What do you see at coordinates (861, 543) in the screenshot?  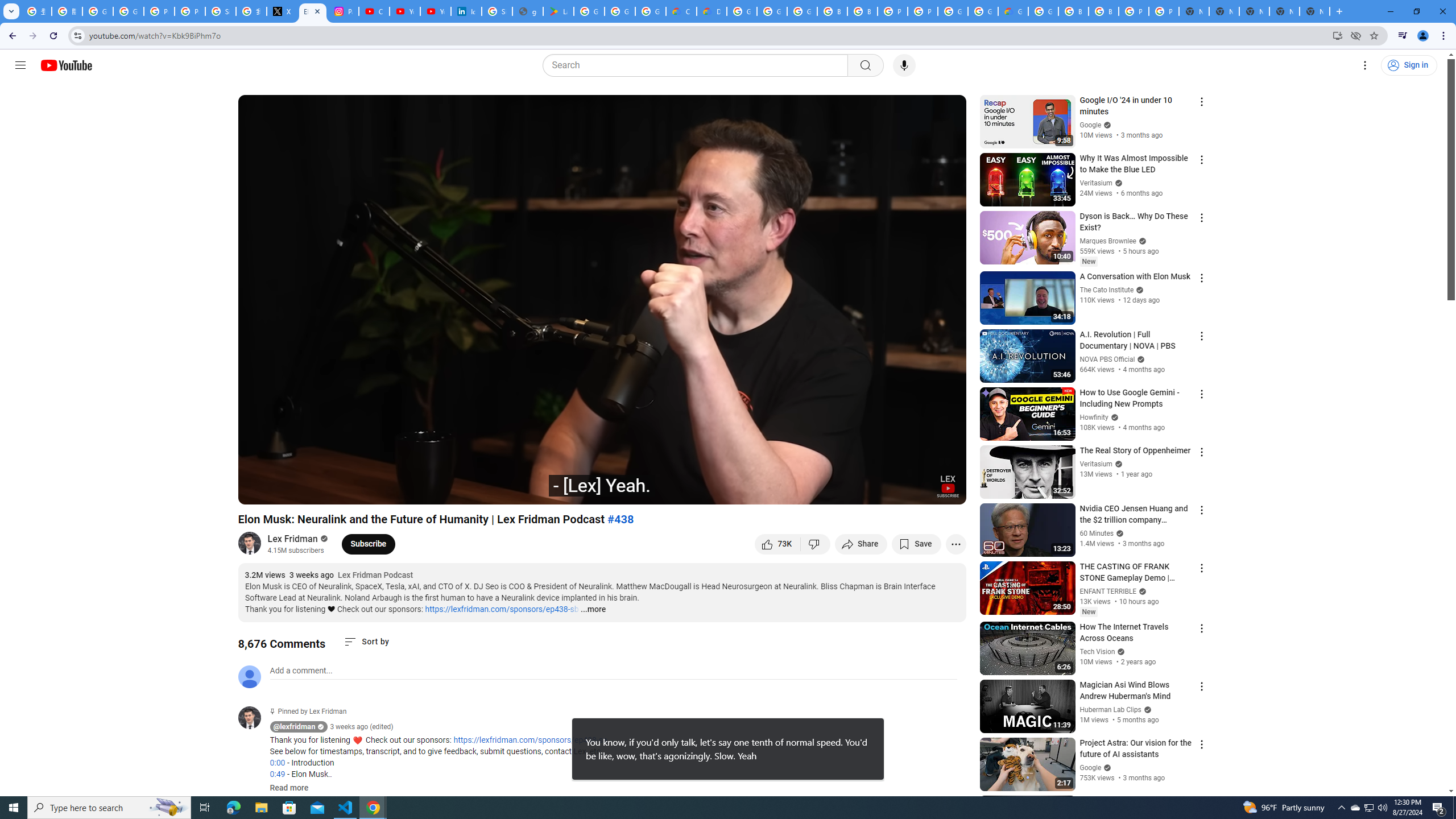 I see `'Share'` at bounding box center [861, 543].